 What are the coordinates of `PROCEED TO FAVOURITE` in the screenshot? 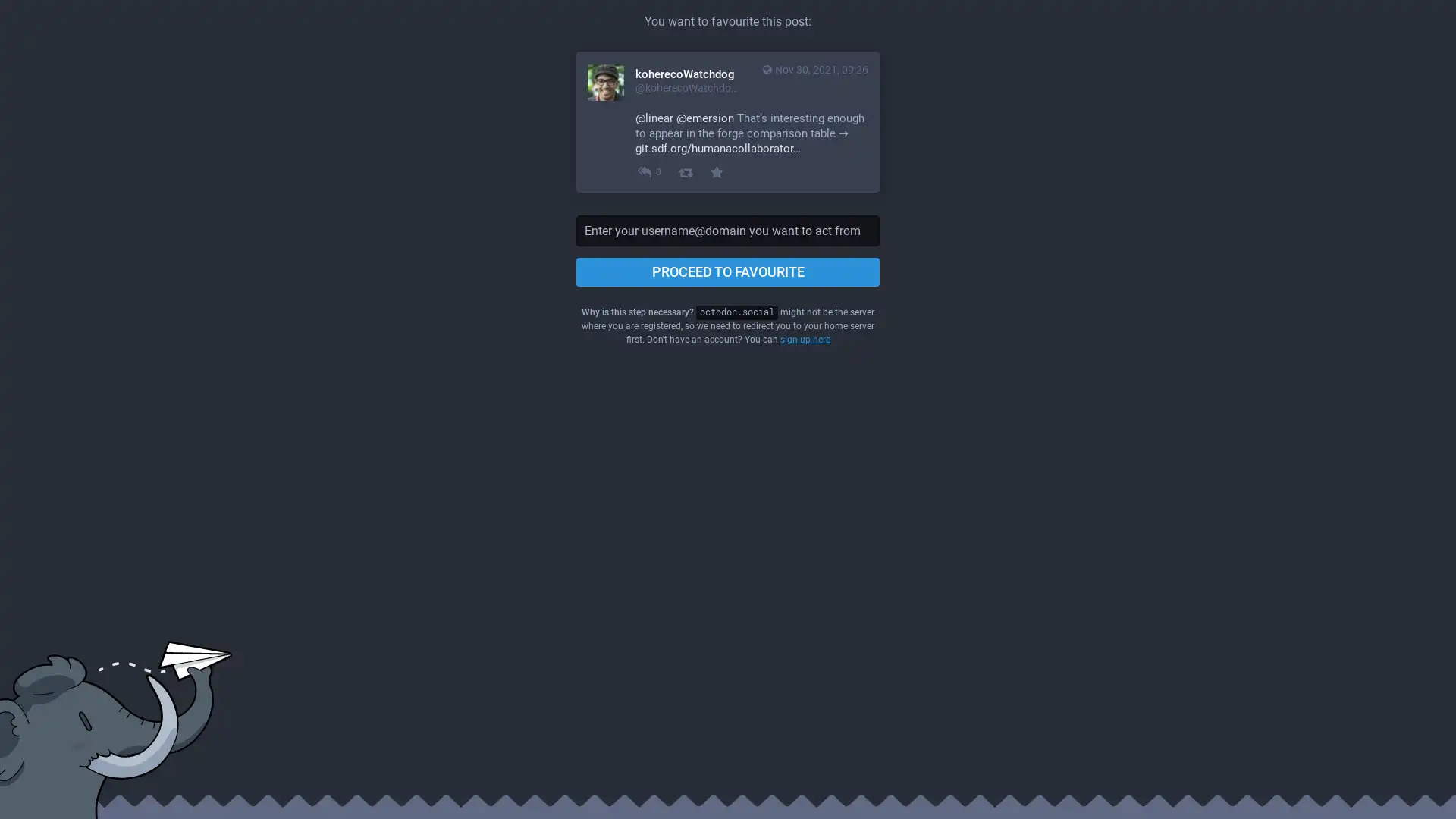 It's located at (728, 271).